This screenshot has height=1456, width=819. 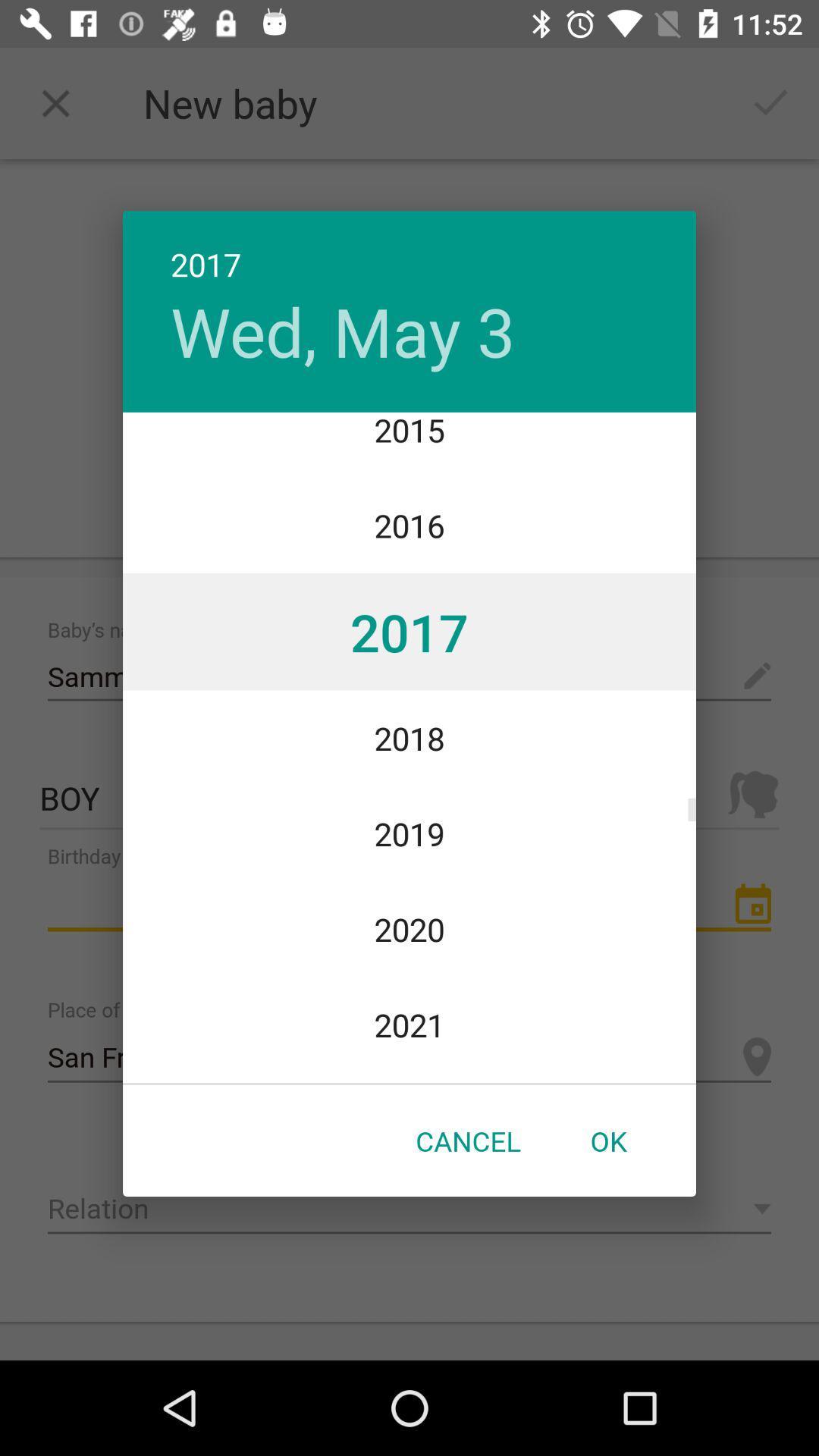 What do you see at coordinates (343, 330) in the screenshot?
I see `the item below the 2017 item` at bounding box center [343, 330].